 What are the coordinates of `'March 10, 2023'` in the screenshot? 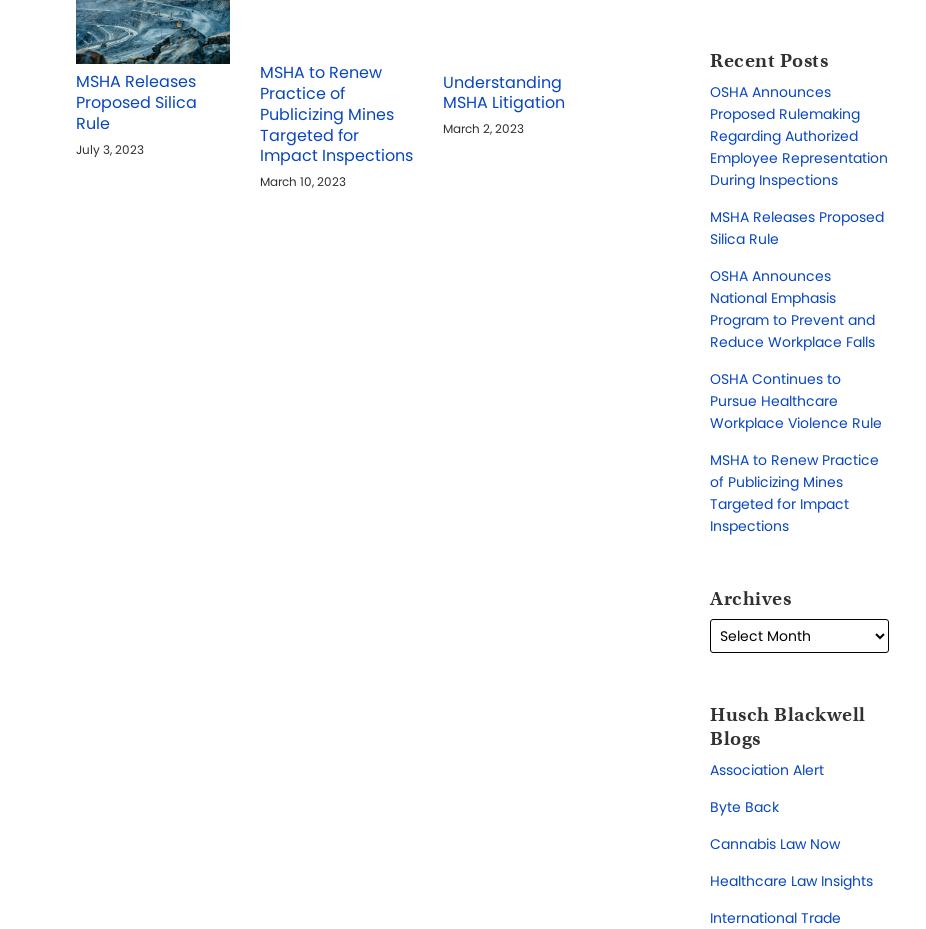 It's located at (301, 181).